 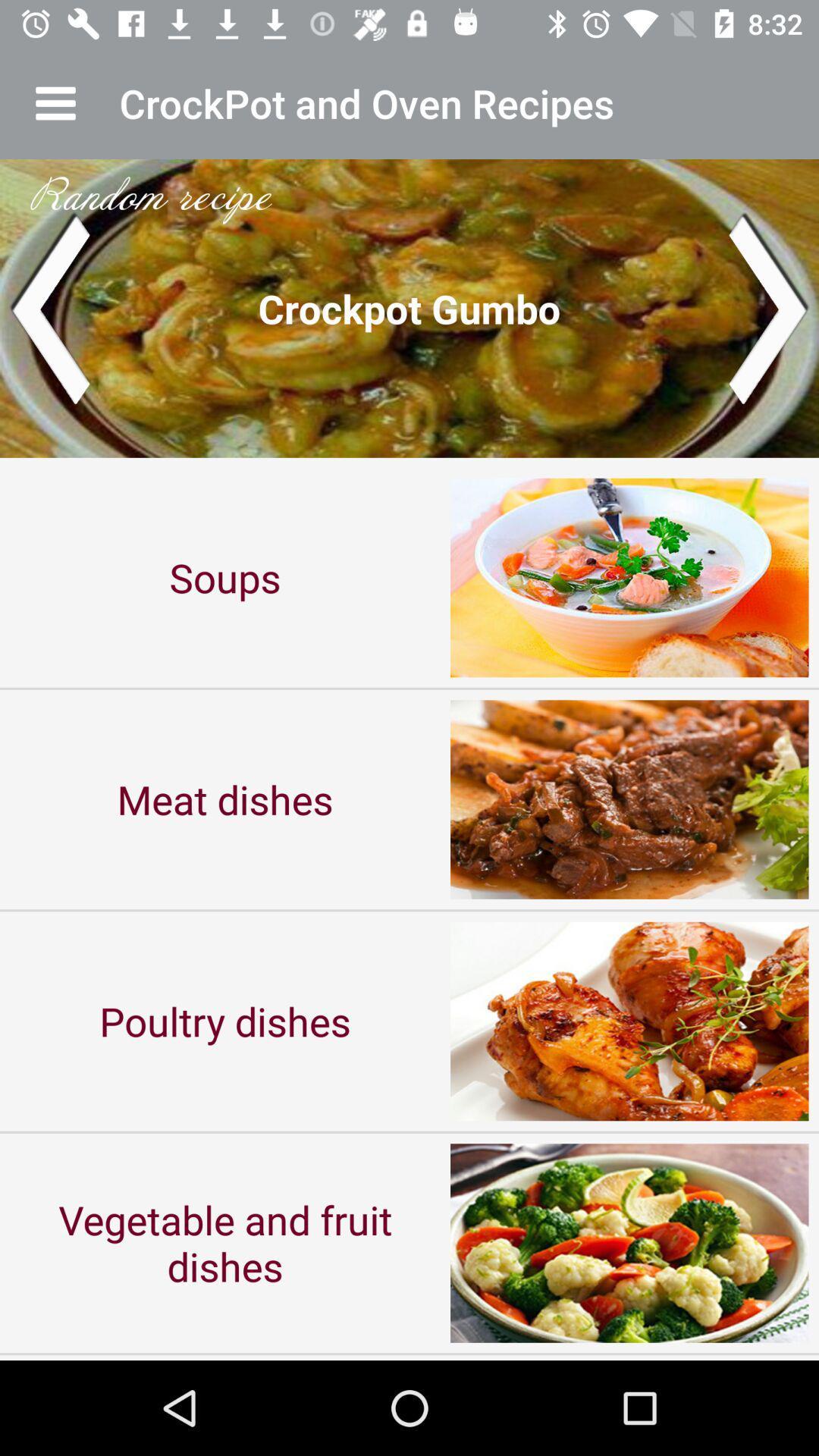 What do you see at coordinates (49, 307) in the screenshot?
I see `the arrow_backward icon` at bounding box center [49, 307].